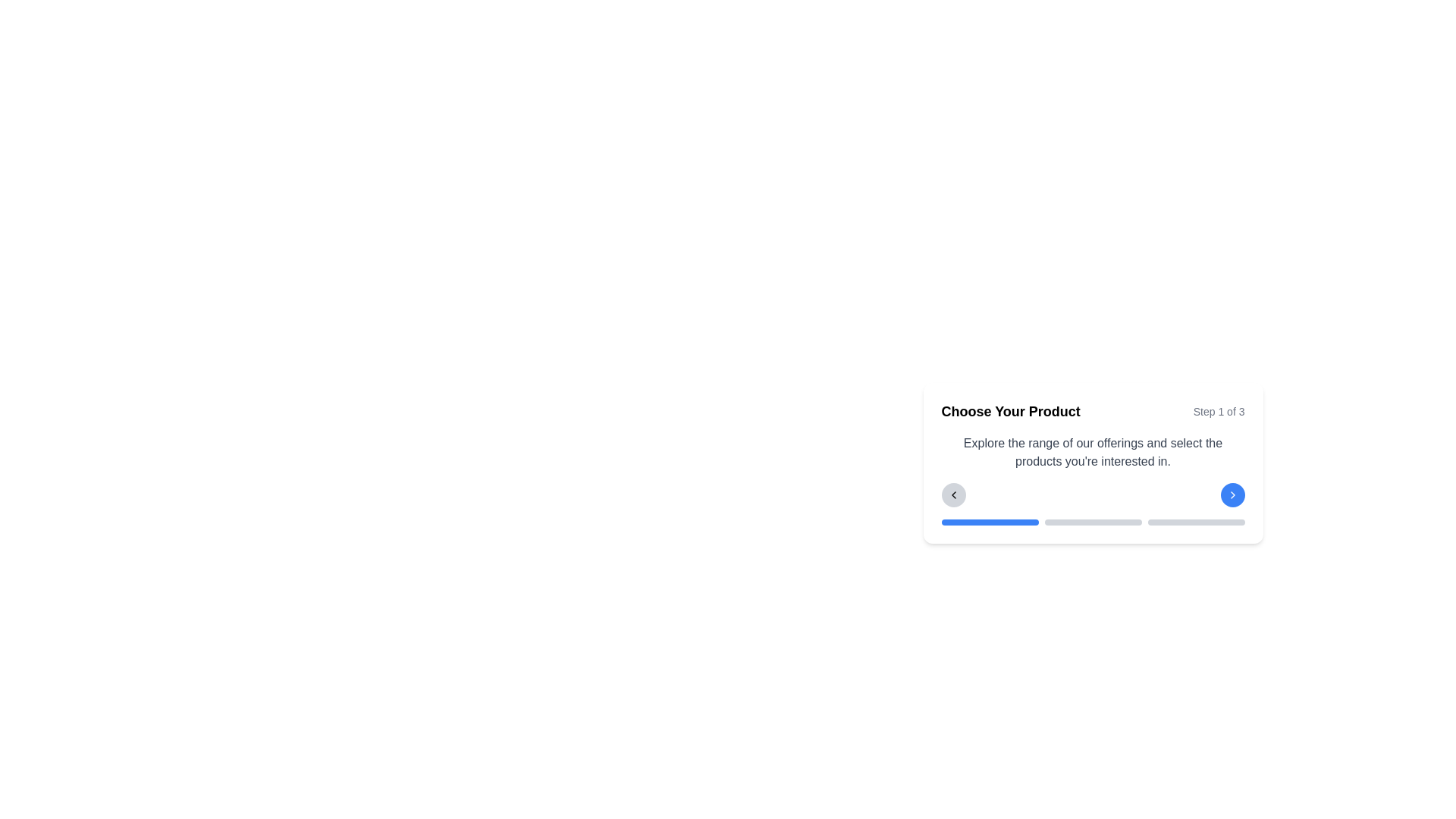 The image size is (1456, 819). Describe the element at coordinates (1093, 522) in the screenshot. I see `the inactive step of the progress indicator, which is a thin horizontal bar with rounded ends and a gray background, located in the middle of a three-bar sequence under the 'Choose Your Product' header` at that location.